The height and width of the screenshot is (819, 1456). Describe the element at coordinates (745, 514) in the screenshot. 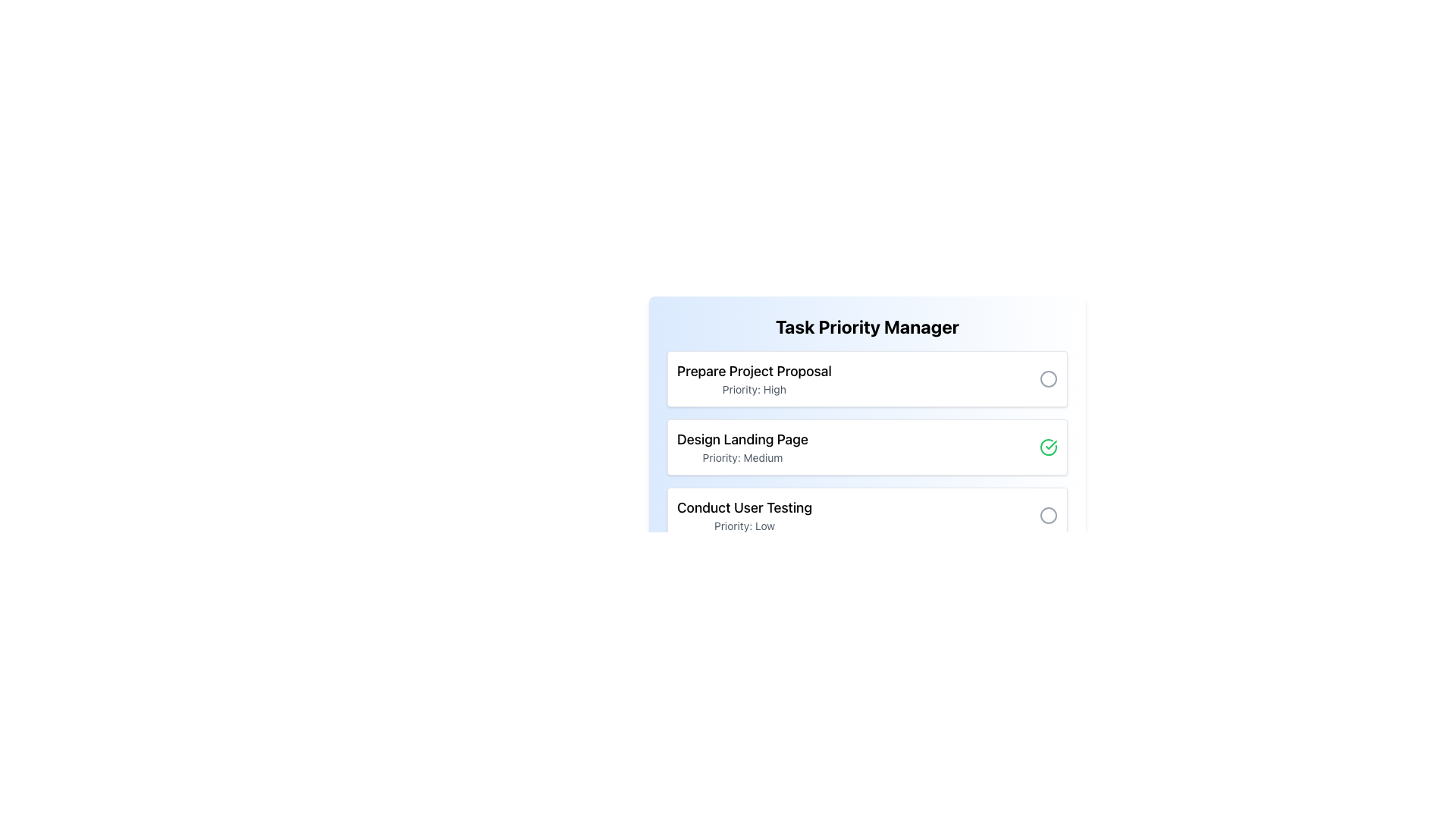

I see `text displayed in the Combined text display element, which includes 'Conduct User Testing' in a larger font and 'Priority: Low' in a smaller font beneath it, located within the third item of a vertically stacked list of tasks` at that location.